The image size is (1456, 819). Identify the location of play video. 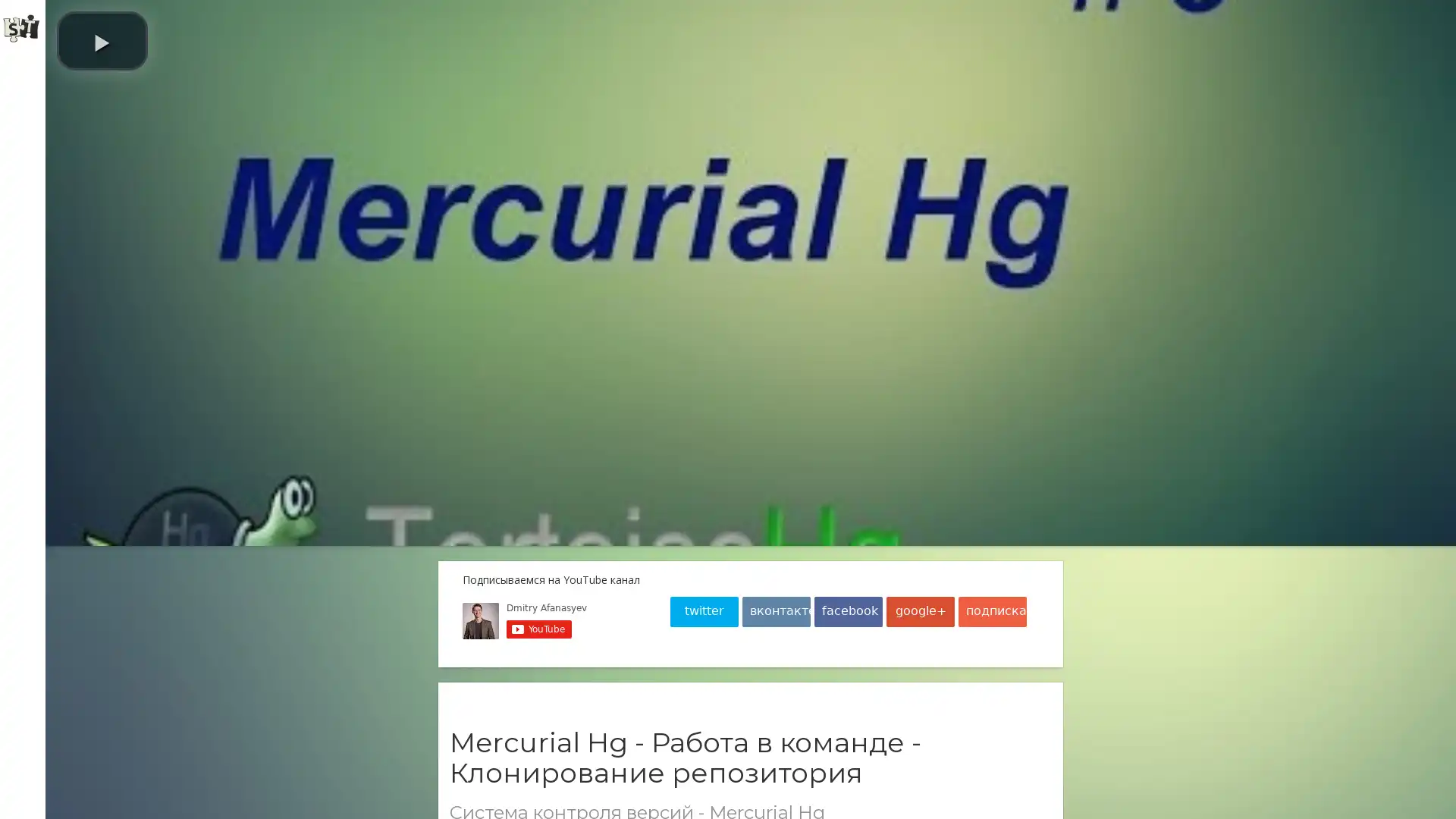
(101, 40).